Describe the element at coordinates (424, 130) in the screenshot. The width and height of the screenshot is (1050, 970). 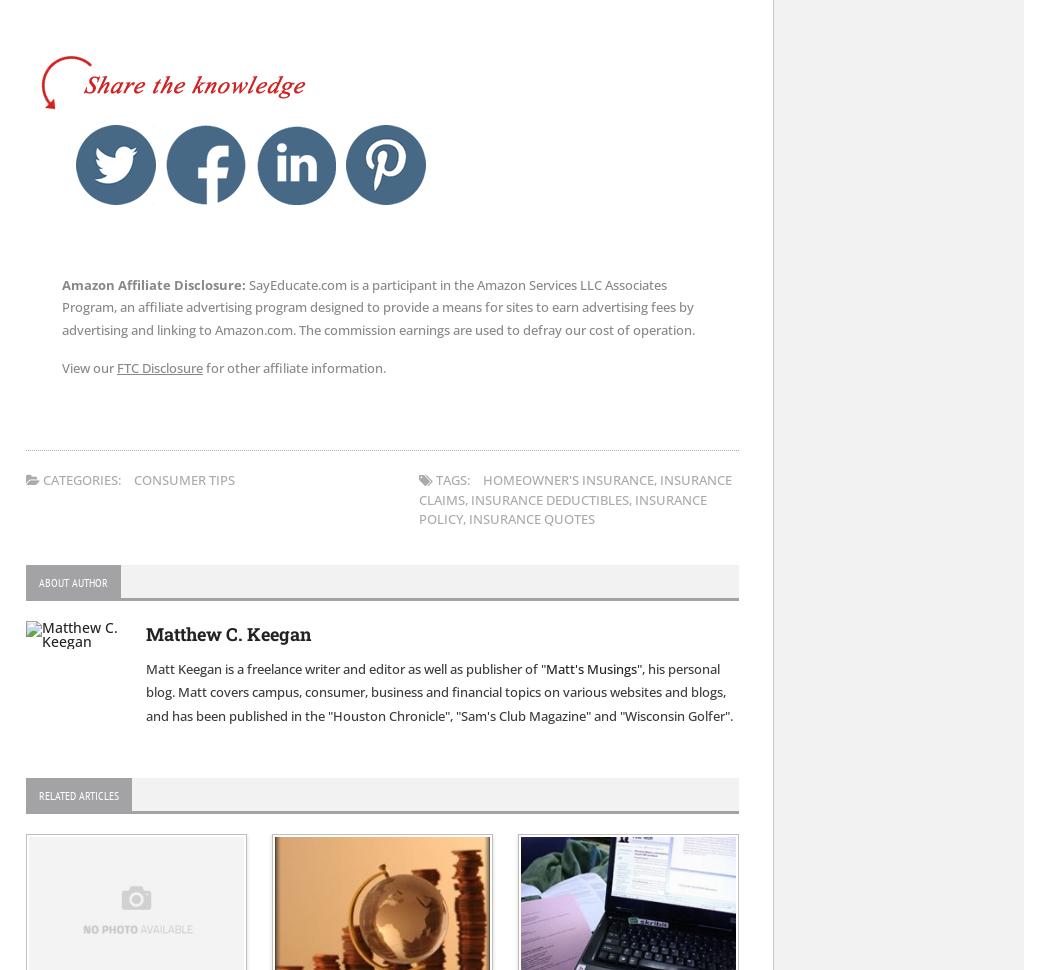
I see `'pinterest'` at that location.